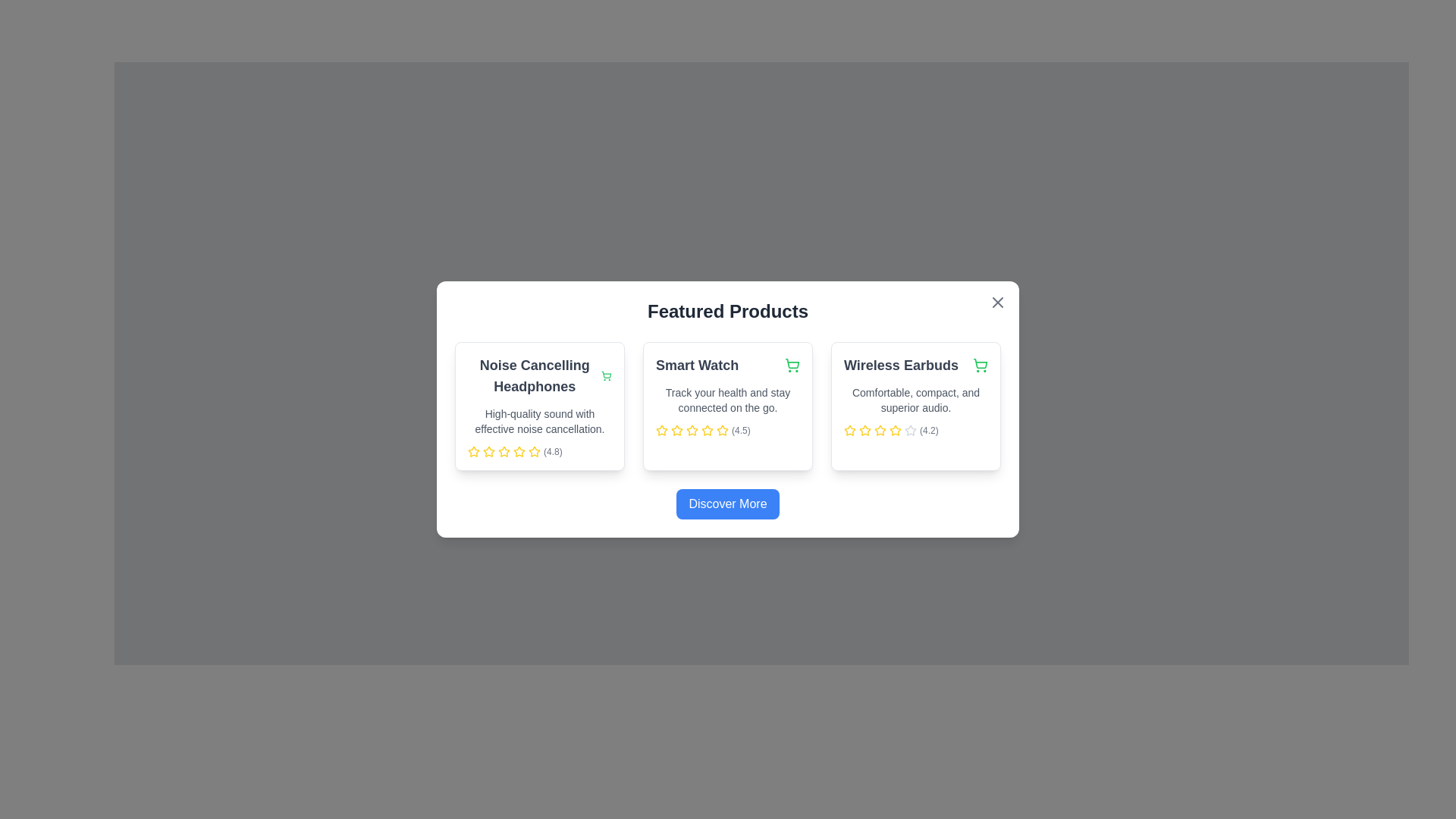 This screenshot has height=819, width=1456. I want to click on the yellow star icon element, which is the third star in a horizontal sequence under the 'Noise Cancelling Headphones' title, so click(488, 451).